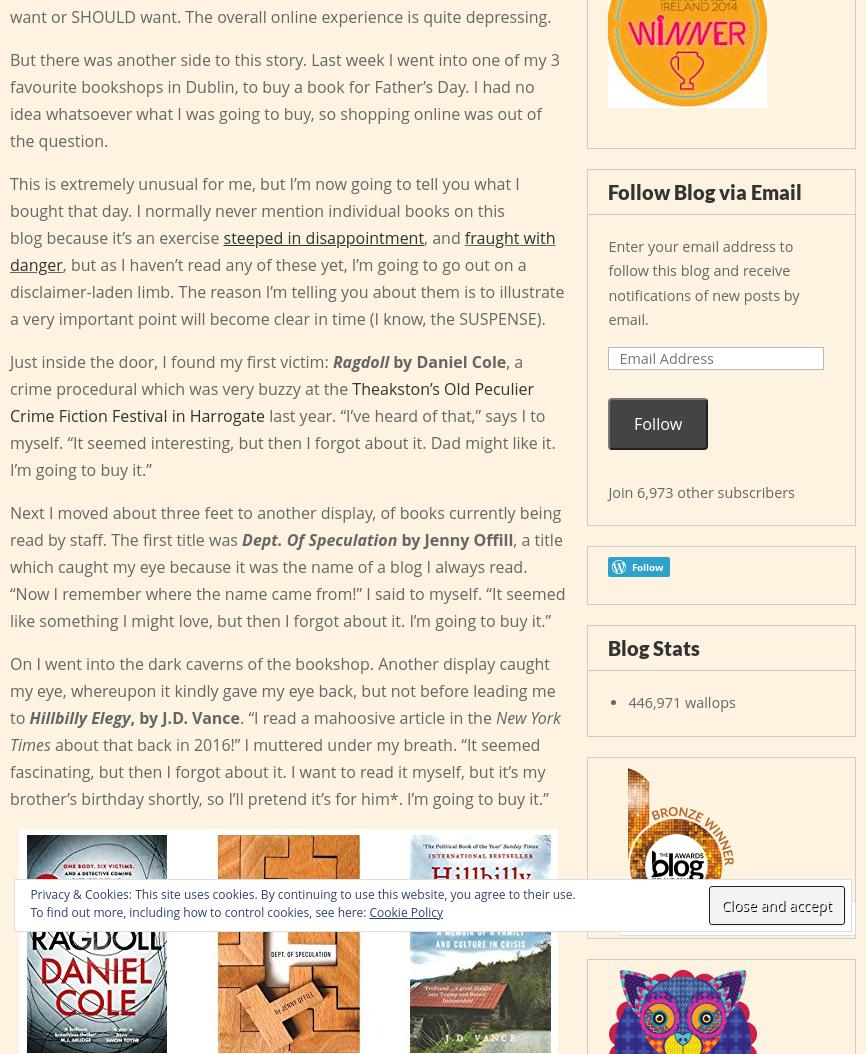 This screenshot has width=866, height=1054. I want to click on 'Ragdoll', so click(359, 360).